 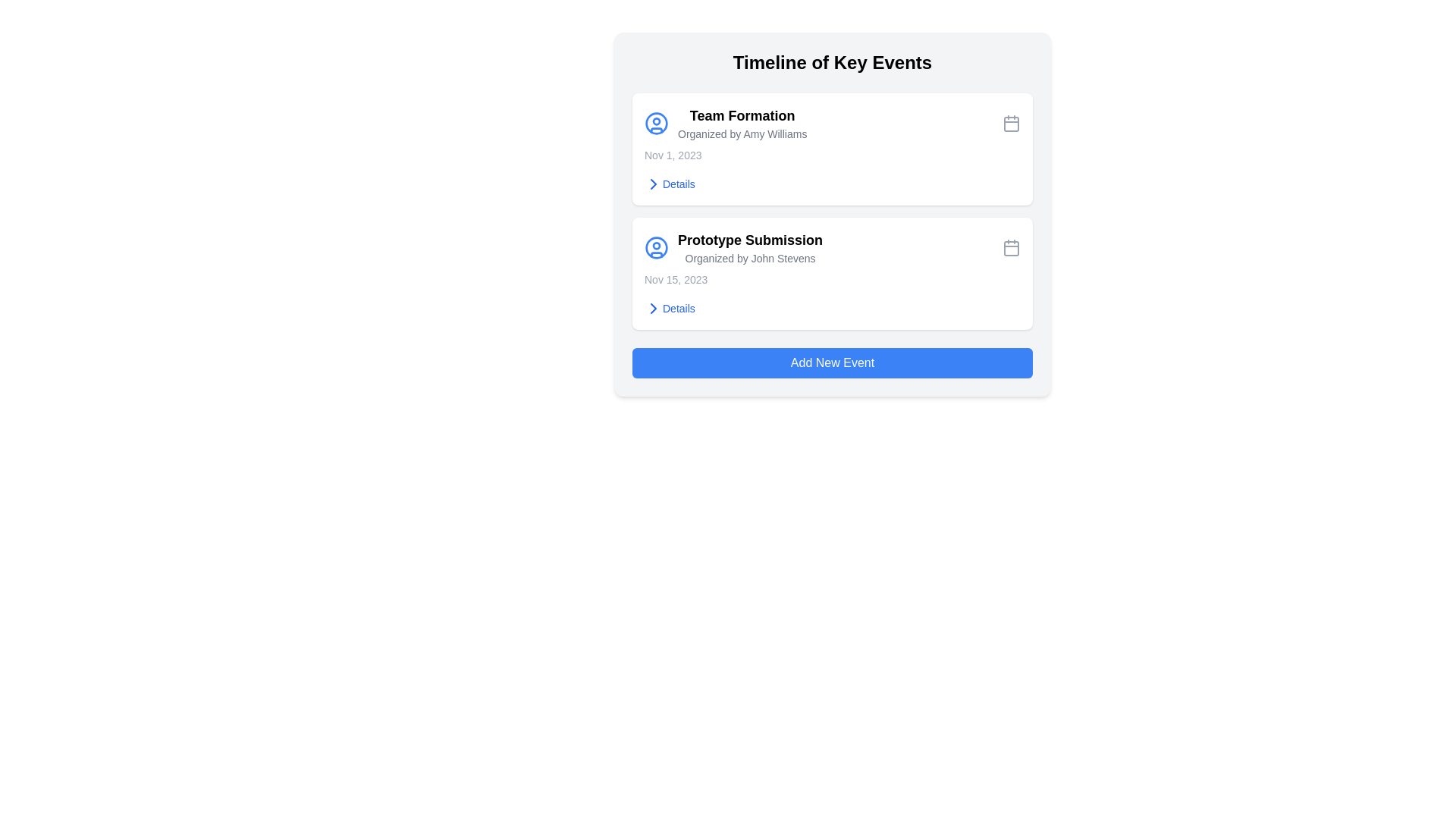 What do you see at coordinates (832, 149) in the screenshot?
I see `the Event Summary Card titled 'Team Formation' which contains details about an event organized by Amy Williams, located at the top of the list of event cards` at bounding box center [832, 149].